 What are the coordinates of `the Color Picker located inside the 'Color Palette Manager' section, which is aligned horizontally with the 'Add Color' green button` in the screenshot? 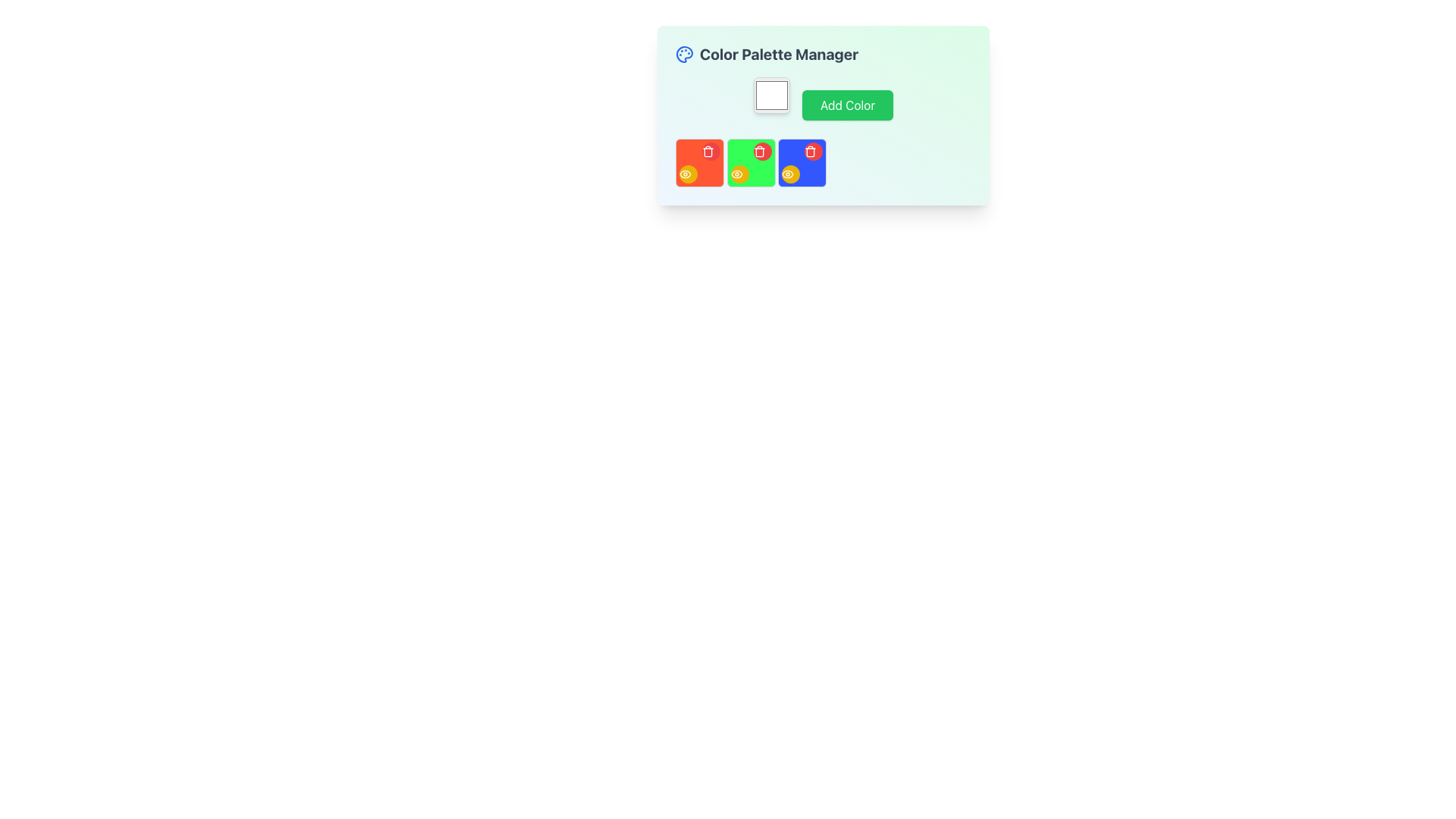 It's located at (771, 96).